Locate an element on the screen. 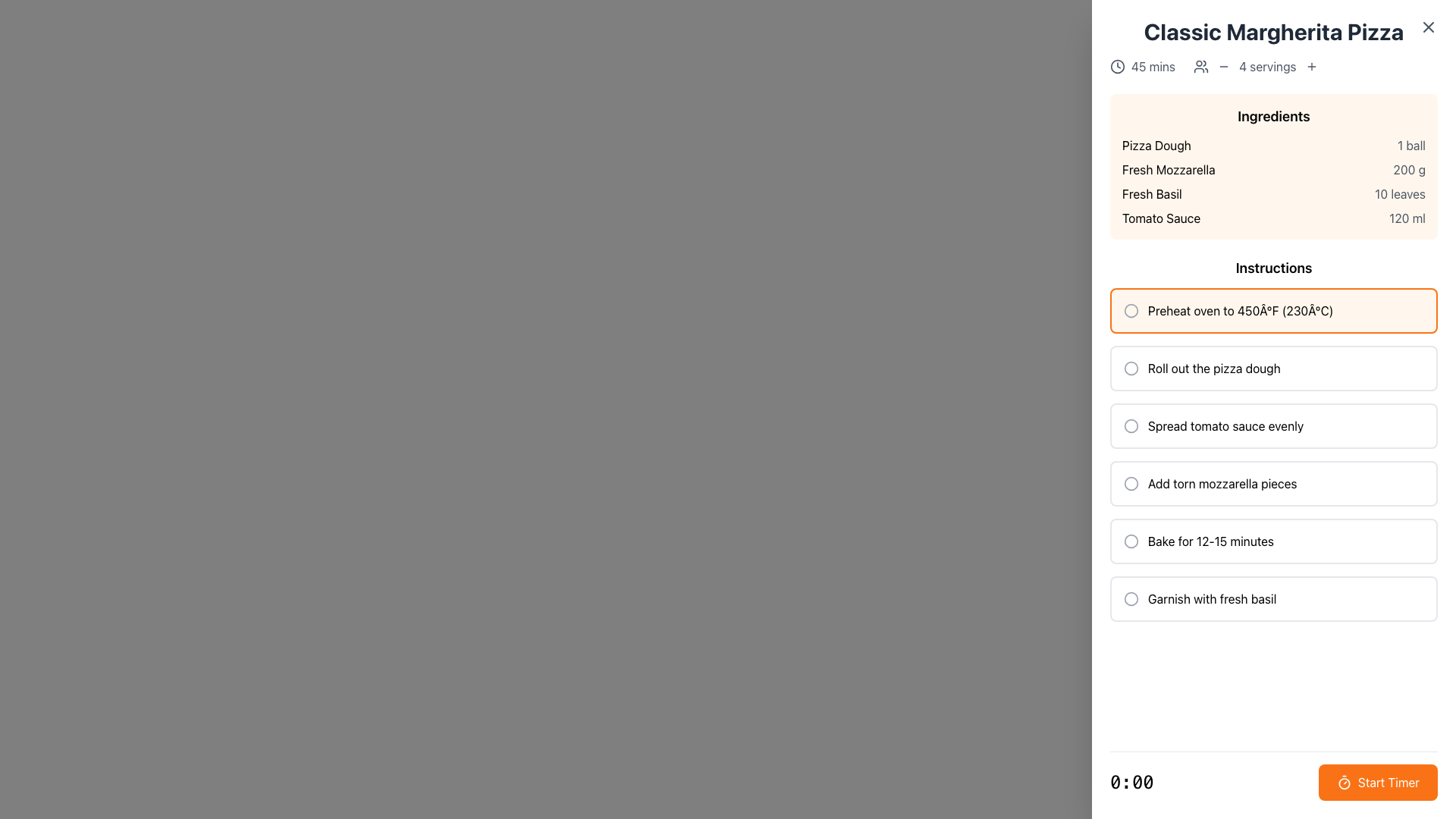  the graphical marker (circle) located in the 'Instructions' section, which precedes the text 'Preheat oven to 450°F (230°C)' is located at coordinates (1131, 309).